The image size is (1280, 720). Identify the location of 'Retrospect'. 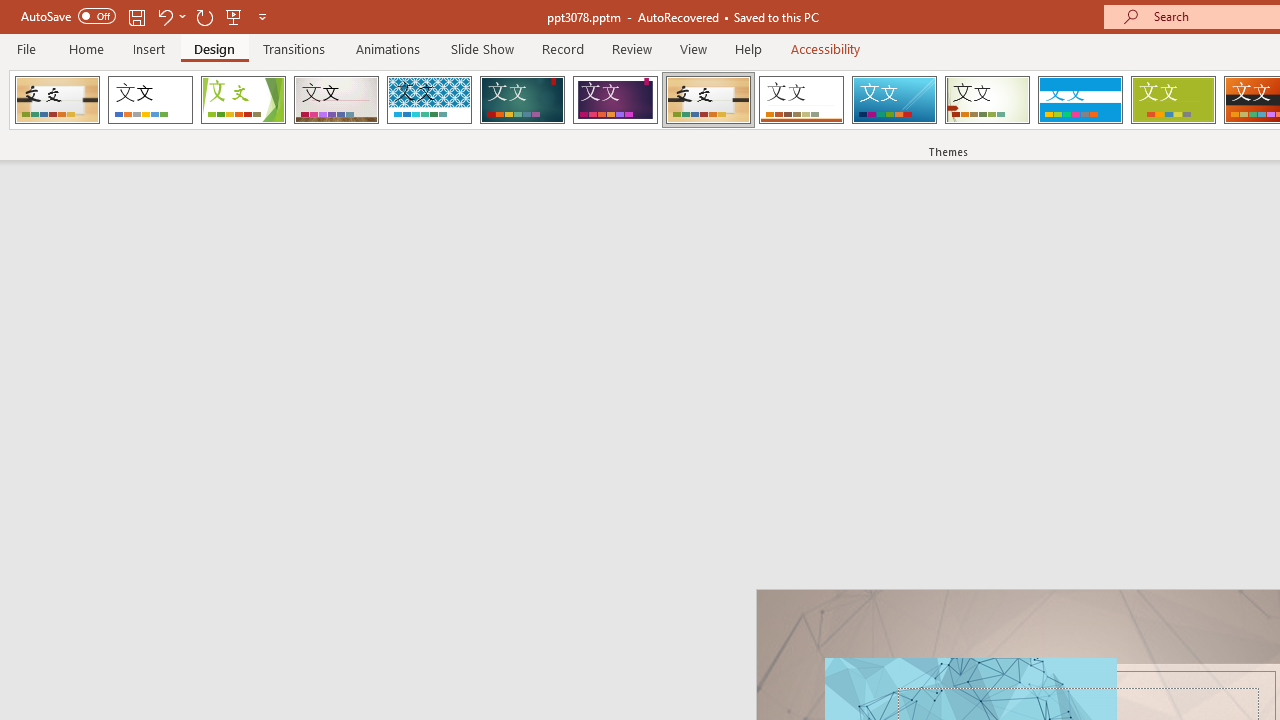
(801, 100).